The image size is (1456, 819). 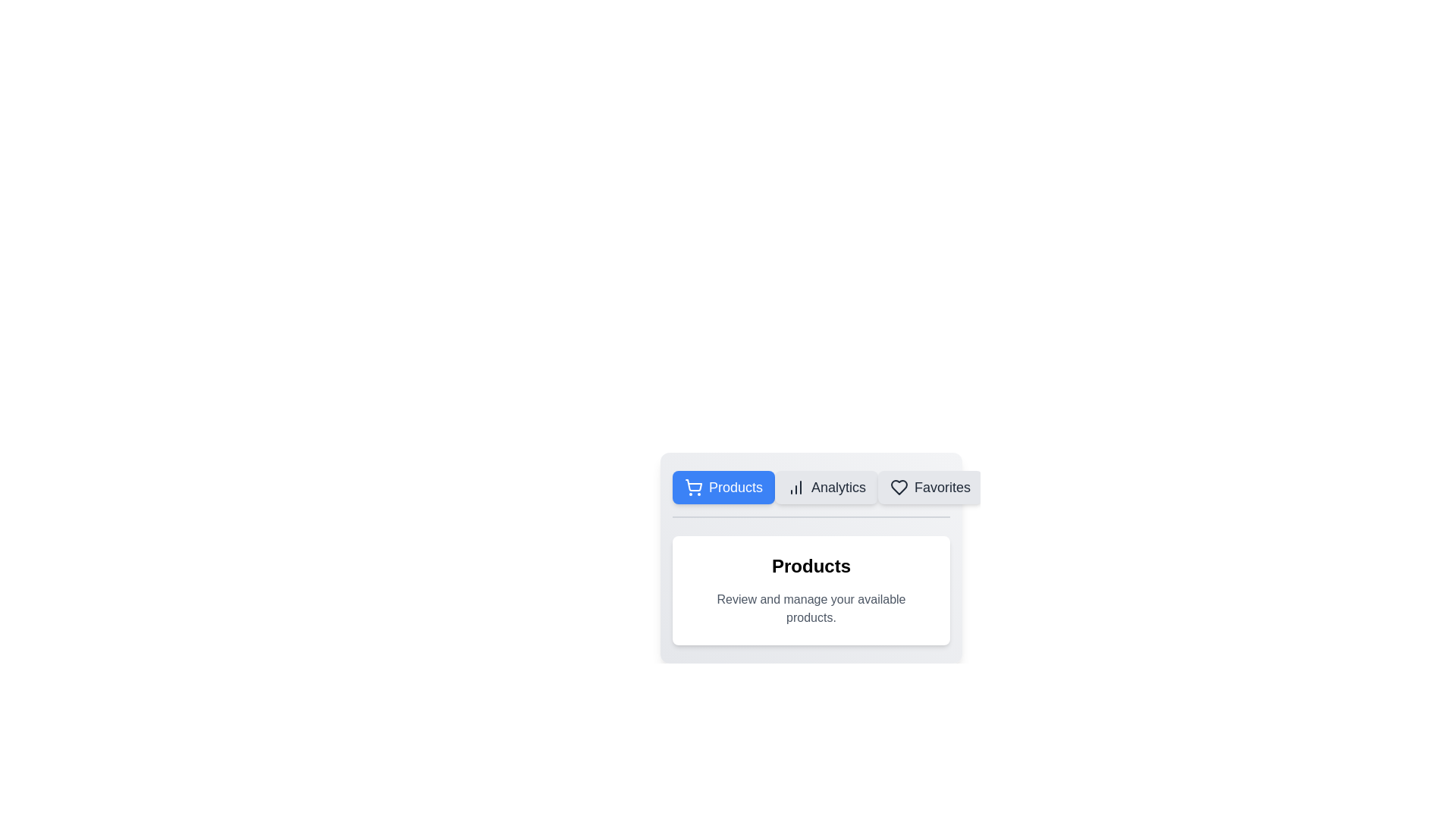 I want to click on the 'Products' text label, which is styled in white font on a blue background and is part of a button-like design with rounded corners, located at the top left of a content card, so click(x=736, y=488).